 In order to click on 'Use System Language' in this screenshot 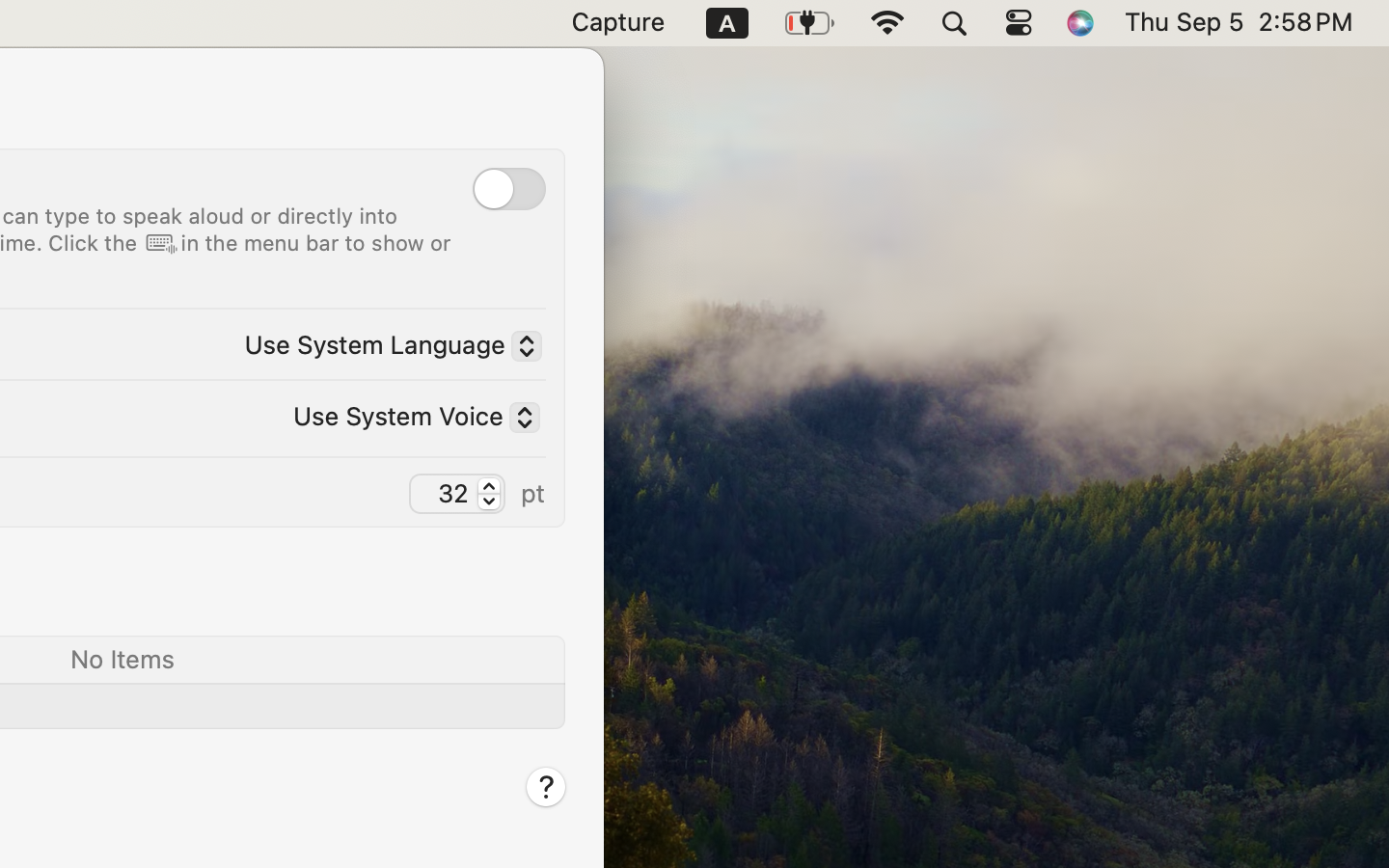, I will do `click(384, 347)`.